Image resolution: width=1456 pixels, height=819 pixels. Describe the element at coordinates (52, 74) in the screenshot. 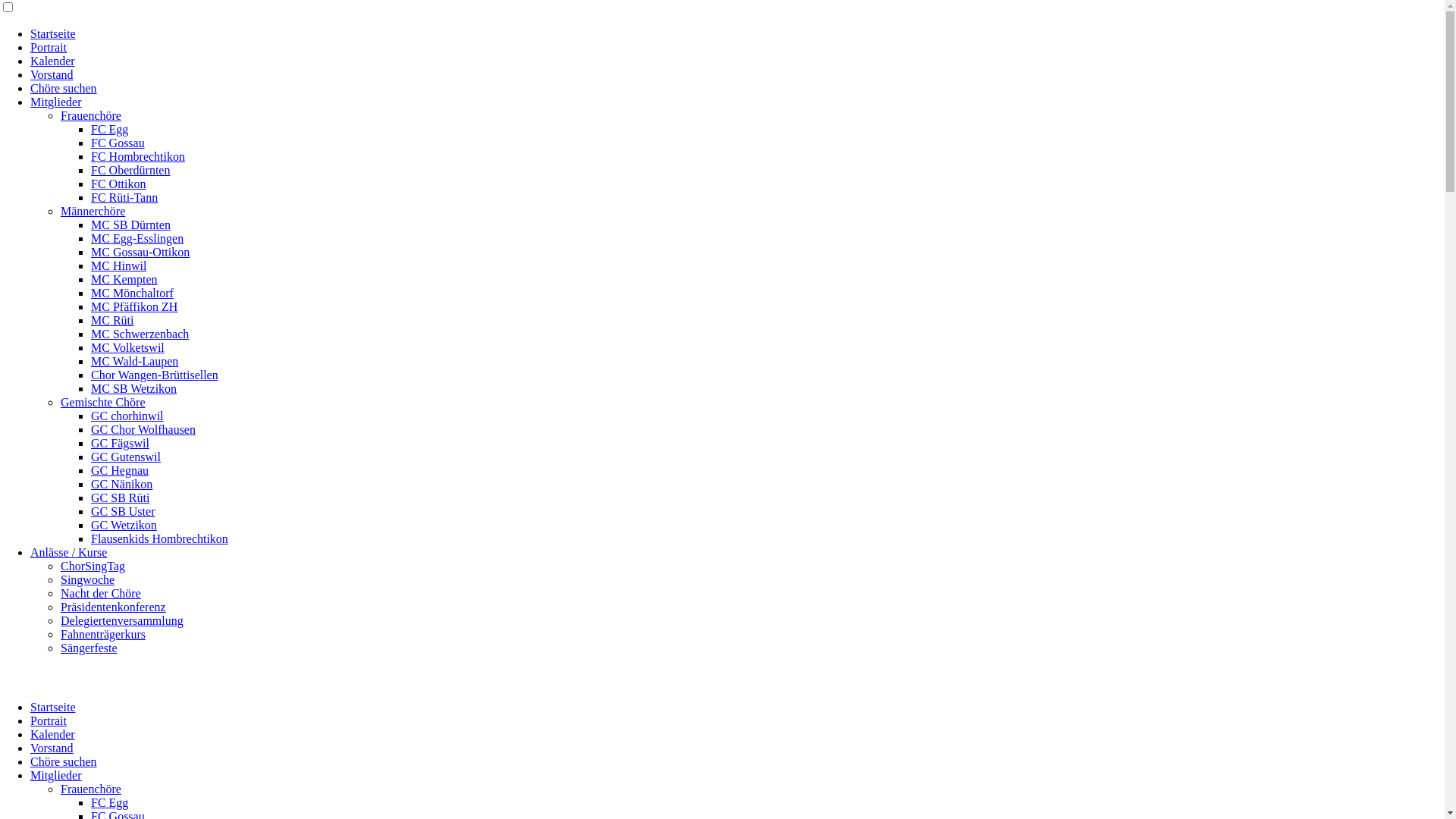

I see `'Vorstand'` at that location.